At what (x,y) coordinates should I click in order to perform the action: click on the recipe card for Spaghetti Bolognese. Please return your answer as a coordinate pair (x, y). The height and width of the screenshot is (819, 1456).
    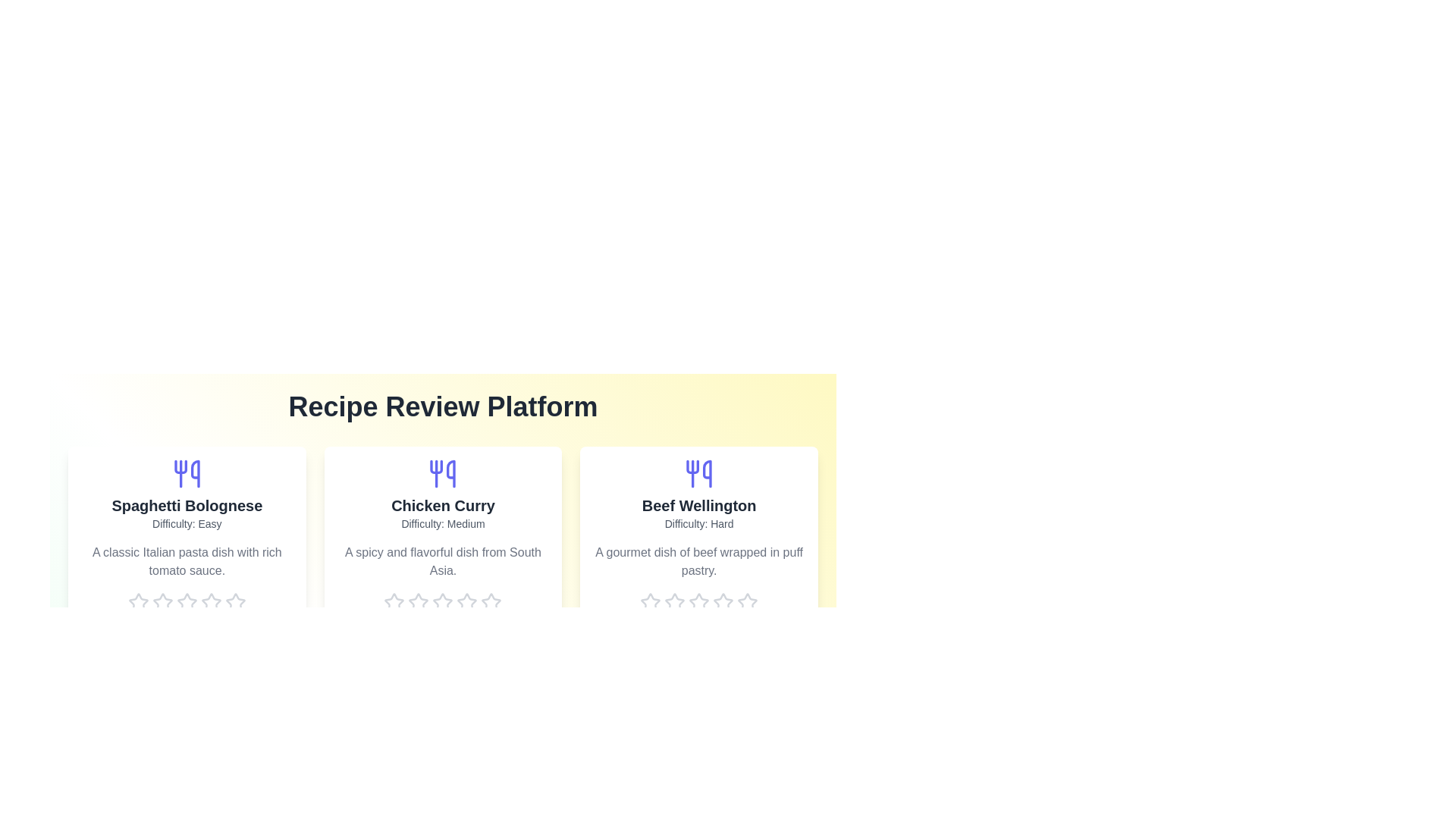
    Looking at the image, I should click on (186, 548).